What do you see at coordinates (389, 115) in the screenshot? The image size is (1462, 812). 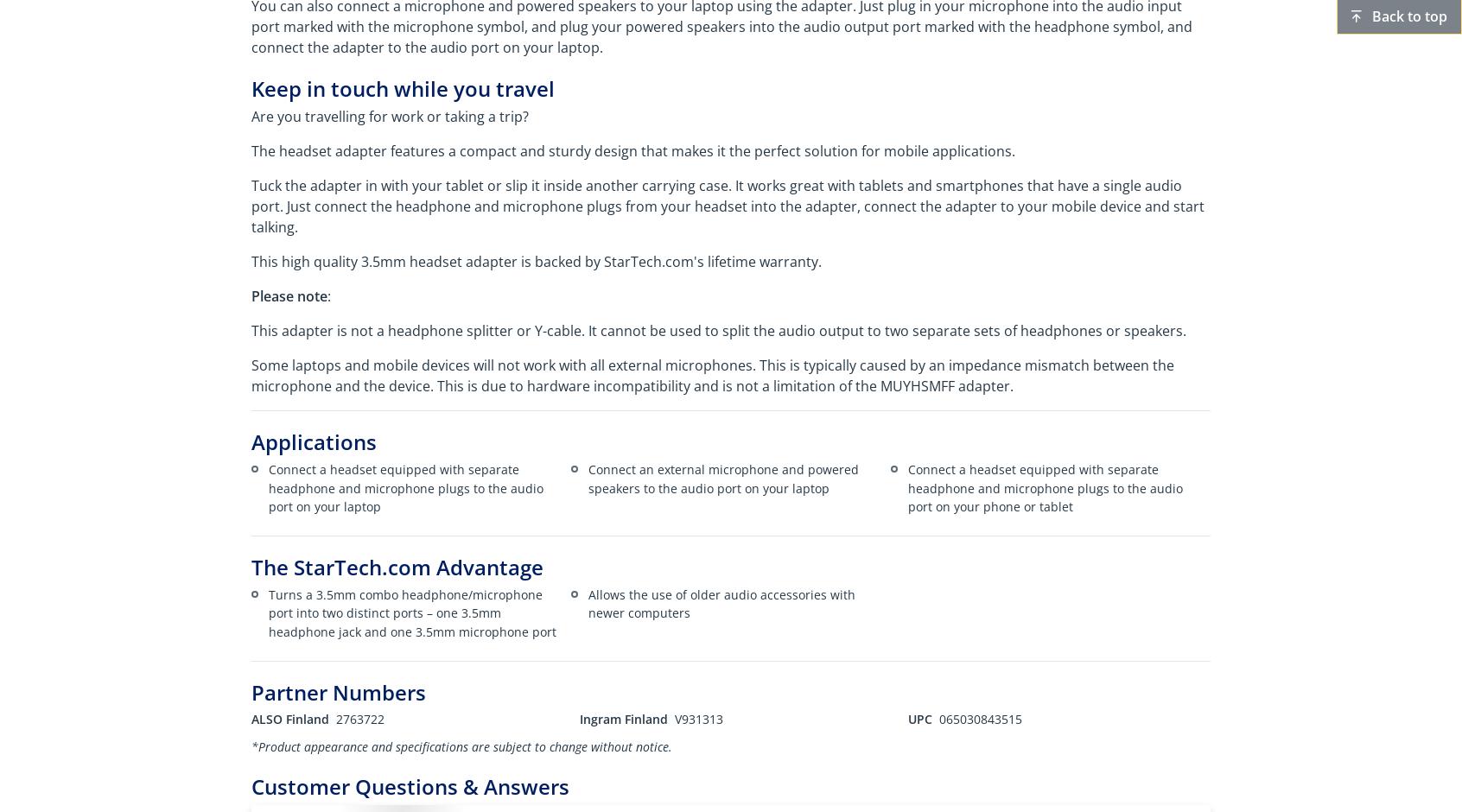 I see `'Are you travelling for work or taking a trip?'` at bounding box center [389, 115].